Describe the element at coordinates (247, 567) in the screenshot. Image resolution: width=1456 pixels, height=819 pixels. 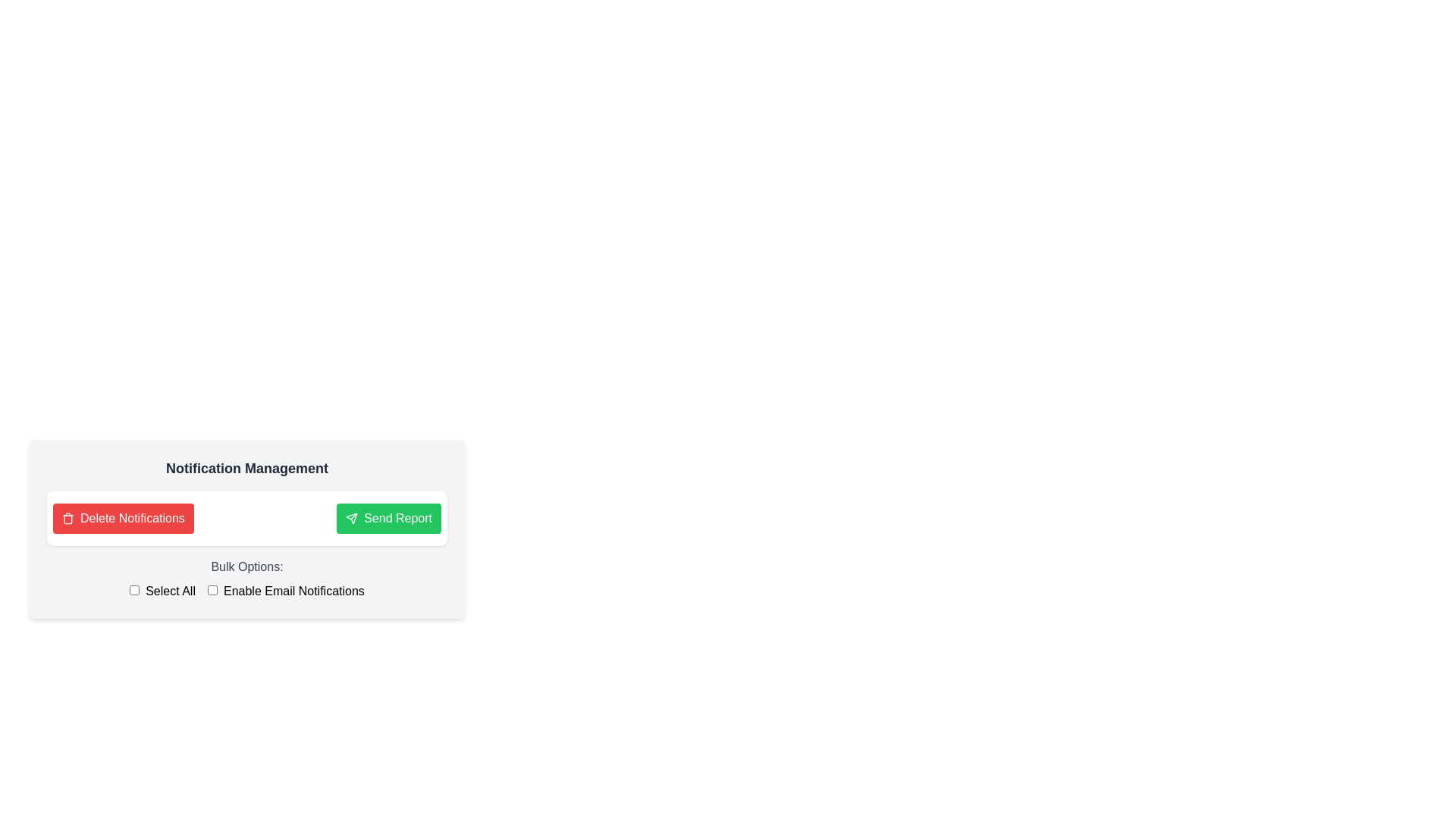
I see `the text label displaying 'Bulk Options:' which is styled in gray and positioned above the checkboxes 'Select All' and 'Enable Email Notifications'` at that location.